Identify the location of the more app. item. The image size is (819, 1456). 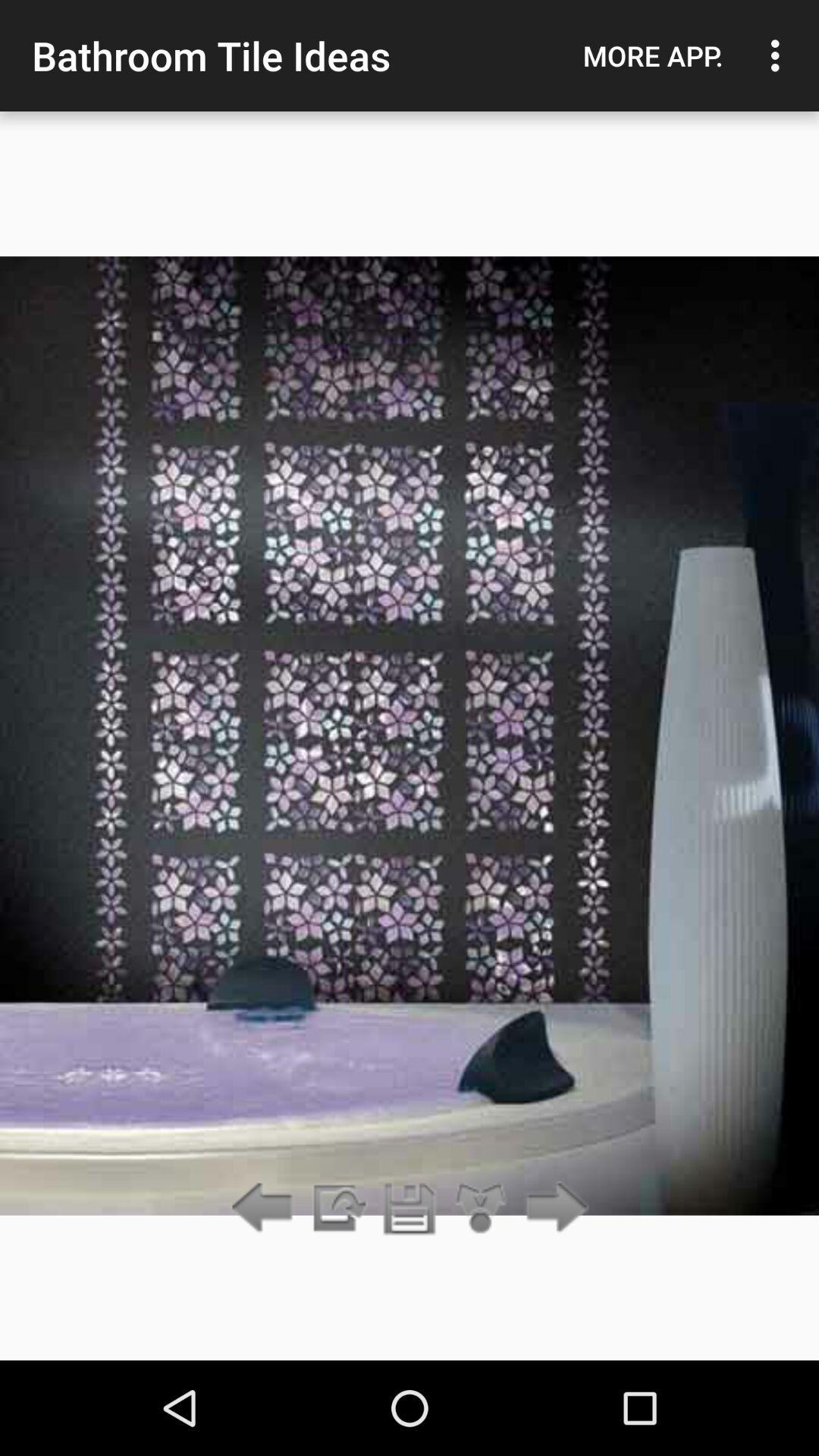
(652, 55).